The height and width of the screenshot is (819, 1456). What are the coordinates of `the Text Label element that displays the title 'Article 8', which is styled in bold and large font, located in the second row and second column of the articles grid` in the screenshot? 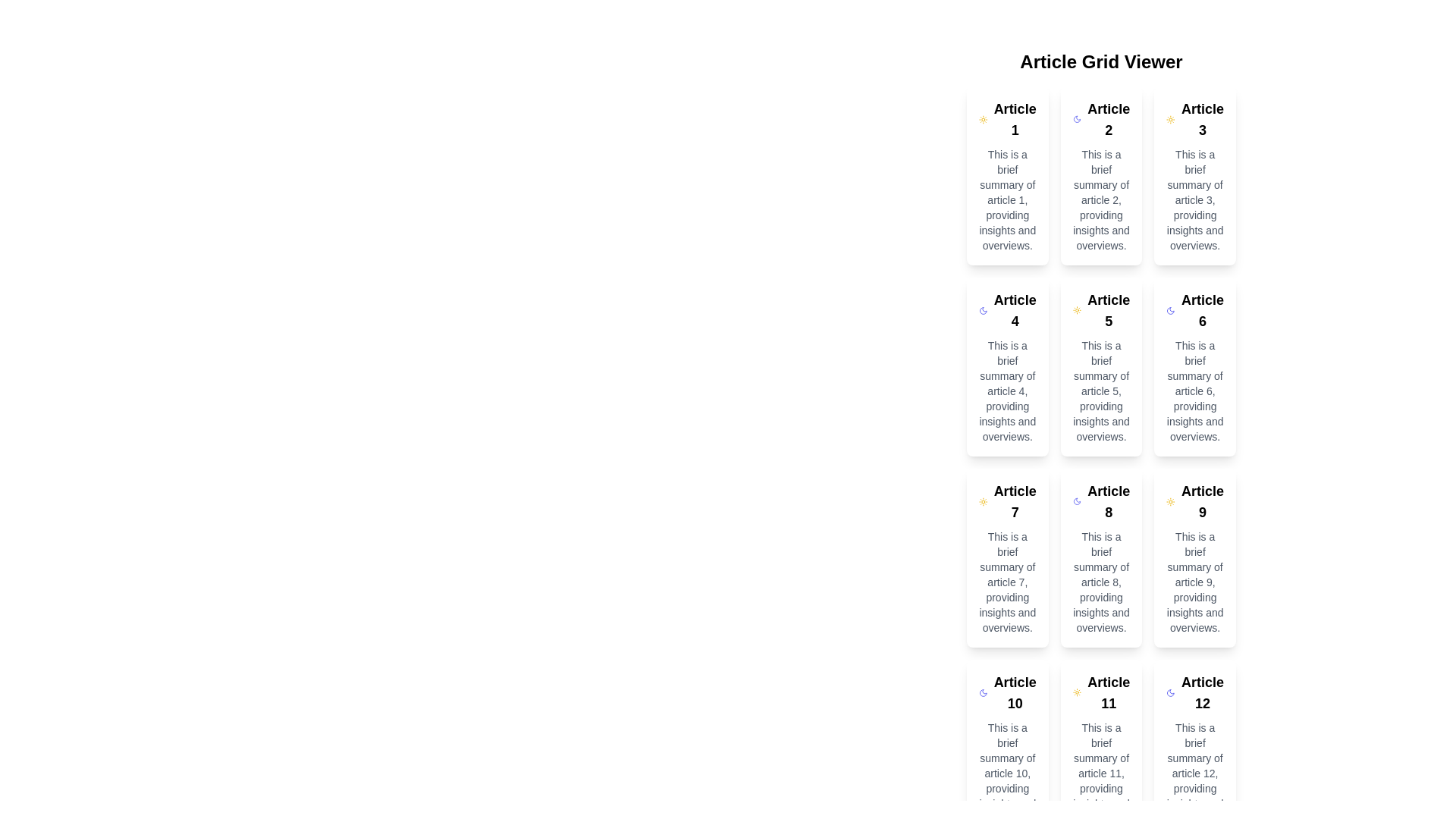 It's located at (1109, 502).